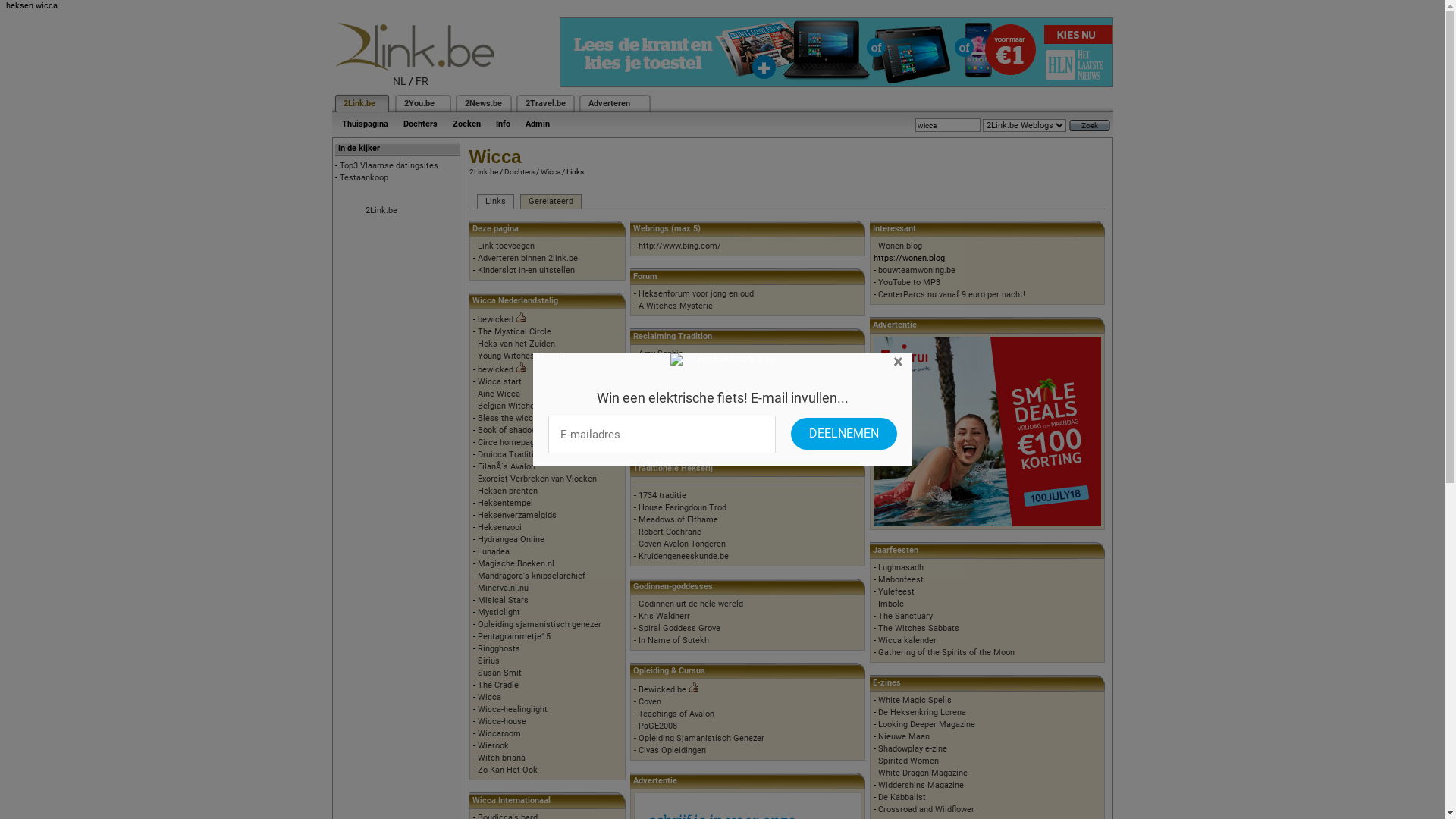 The width and height of the screenshot is (1456, 819). I want to click on 'Wicca', so click(548, 171).